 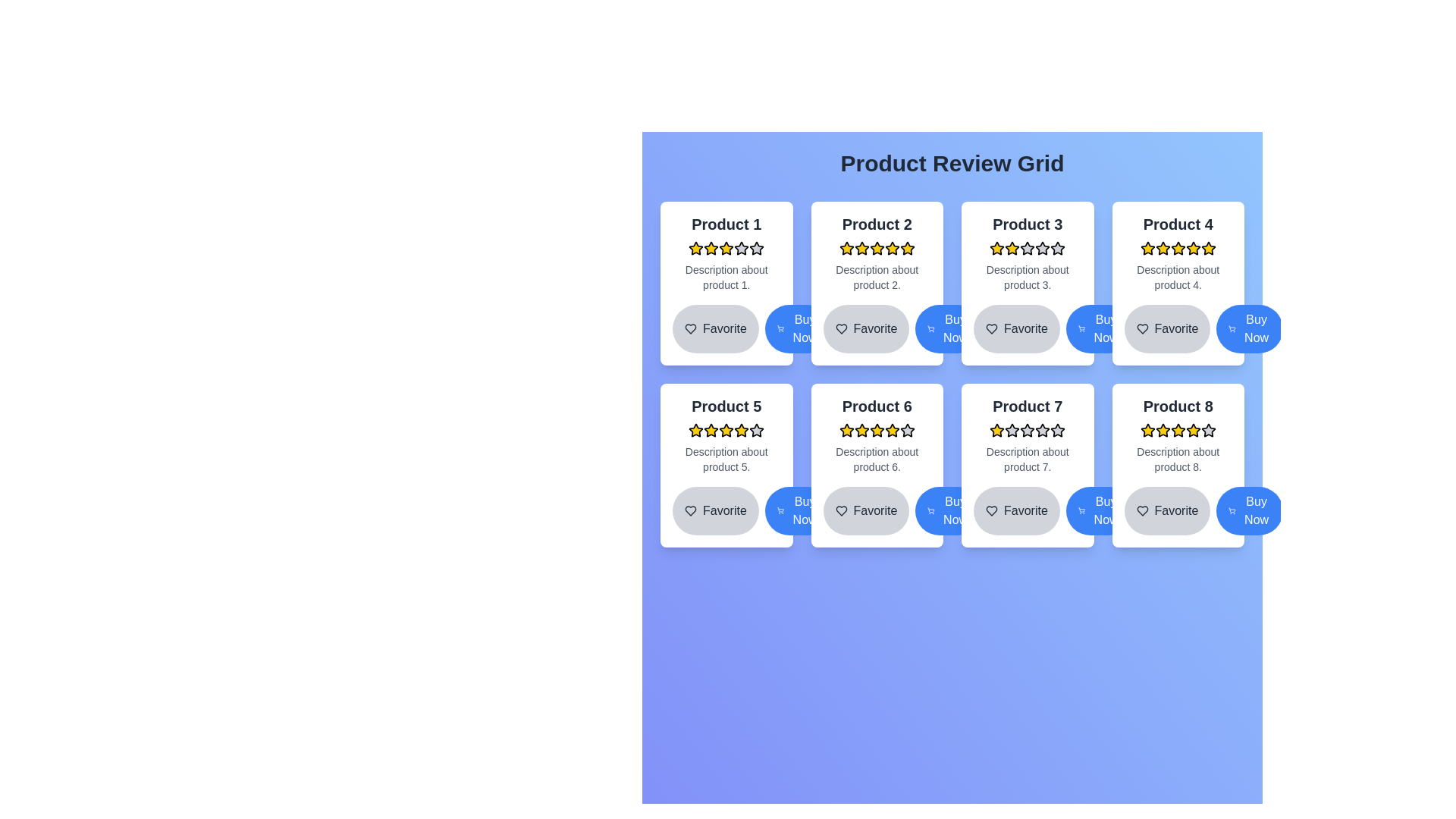 I want to click on the fourth star icon in the five-star rating system for 'Product 4', which is represented by a yellow star with black borders, so click(x=1177, y=247).